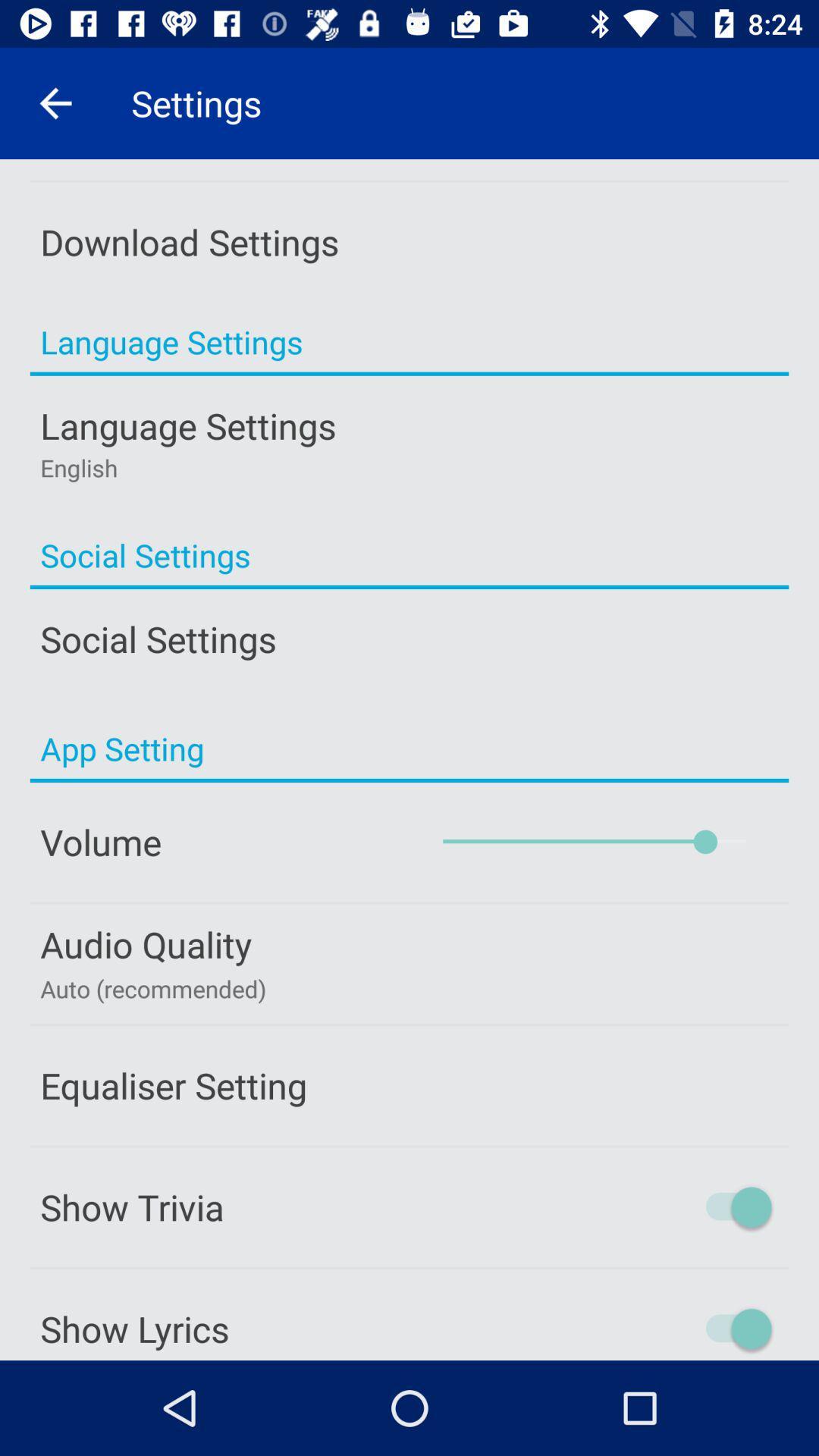 The height and width of the screenshot is (1456, 819). What do you see at coordinates (673, 1328) in the screenshot?
I see `the item to the right of show lyrics icon` at bounding box center [673, 1328].